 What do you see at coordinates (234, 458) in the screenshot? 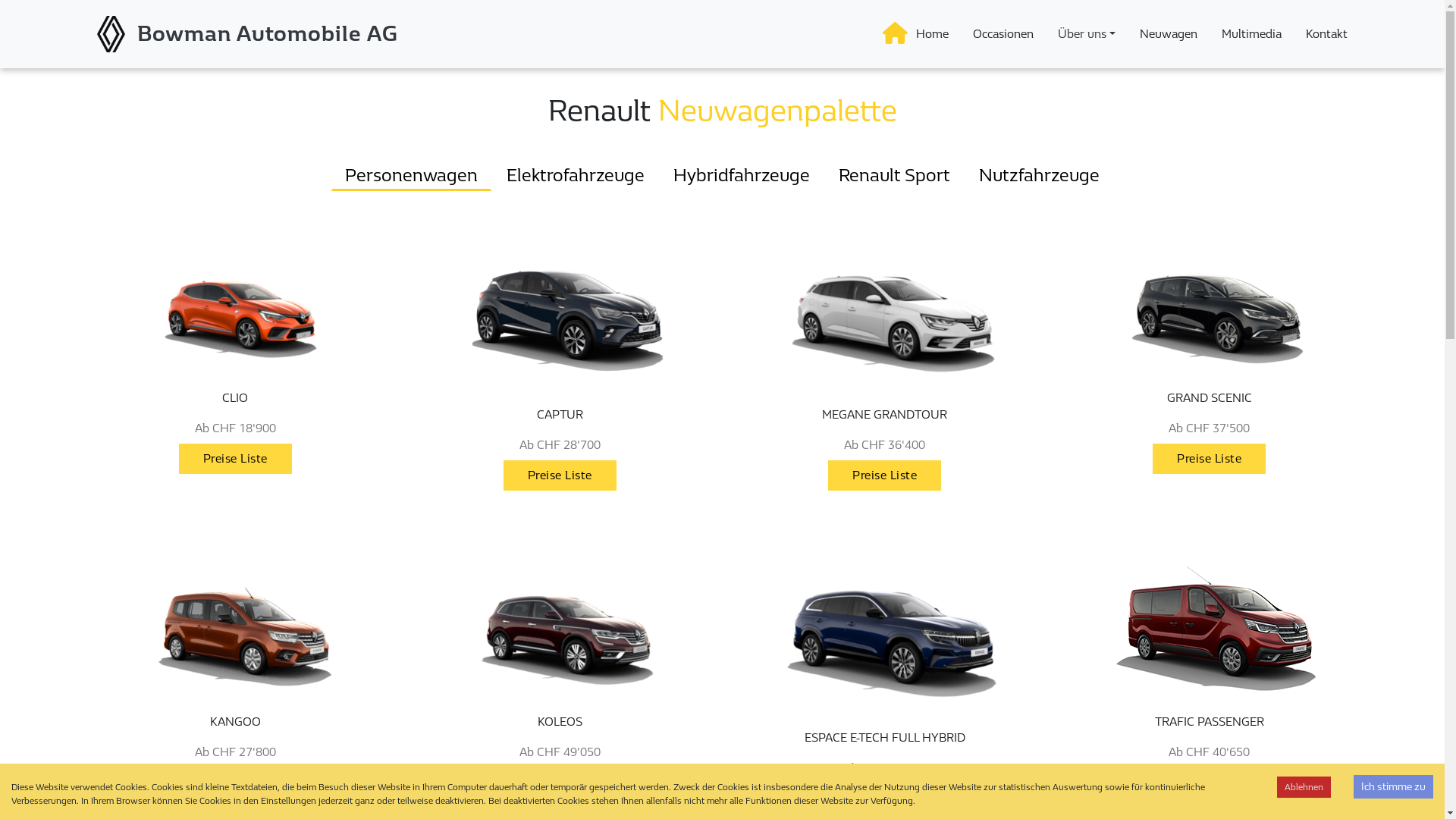
I see `'Preise Liste'` at bounding box center [234, 458].